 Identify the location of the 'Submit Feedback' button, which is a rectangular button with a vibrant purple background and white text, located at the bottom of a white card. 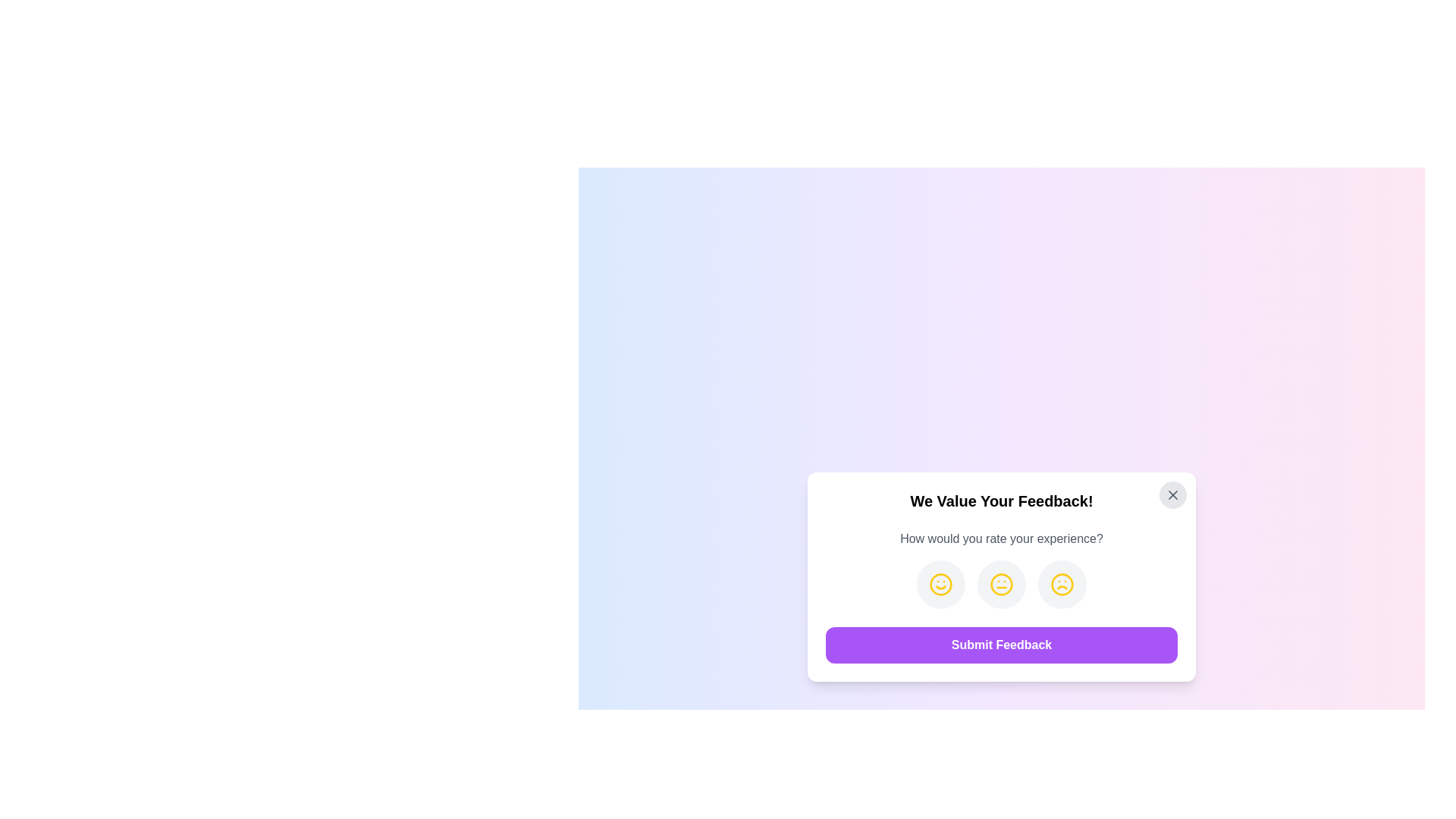
(1001, 645).